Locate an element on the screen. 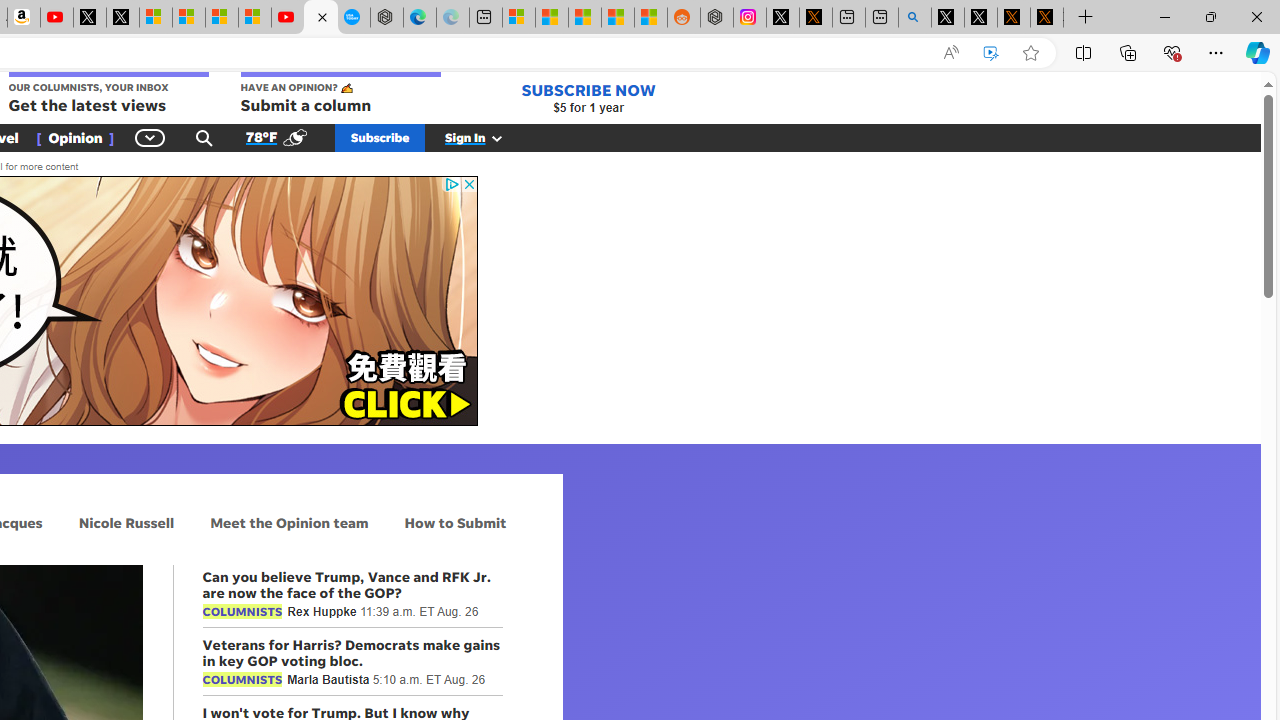  'Gloom - YouTube' is located at coordinates (287, 17).